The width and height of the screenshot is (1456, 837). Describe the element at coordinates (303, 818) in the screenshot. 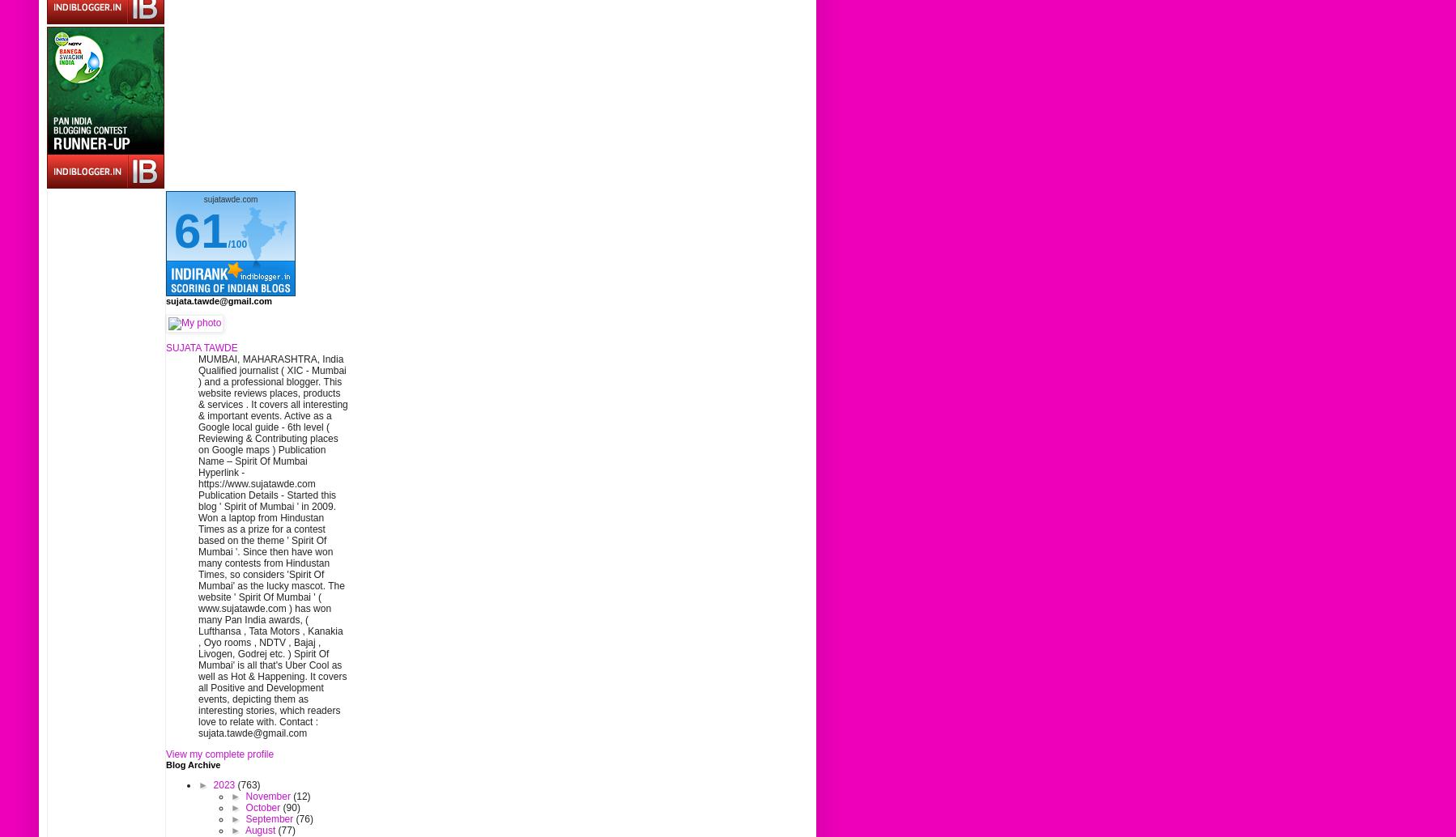

I see `'(76)'` at that location.